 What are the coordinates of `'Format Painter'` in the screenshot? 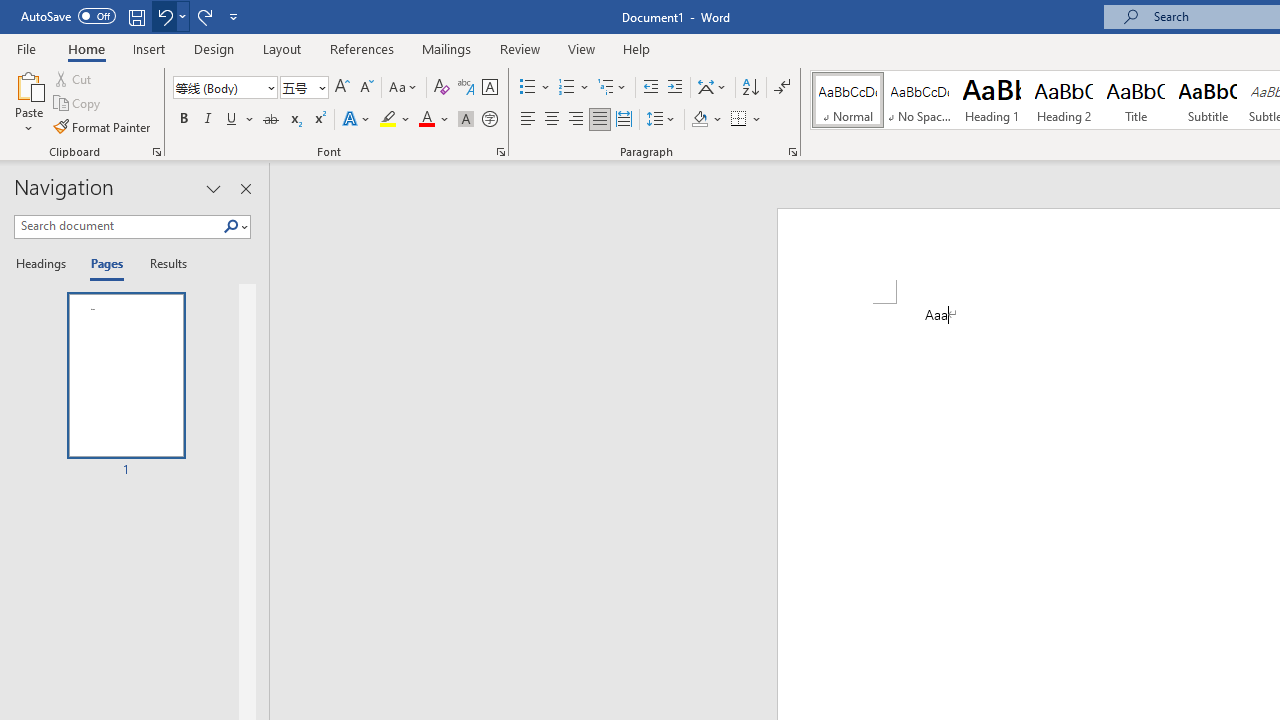 It's located at (102, 127).